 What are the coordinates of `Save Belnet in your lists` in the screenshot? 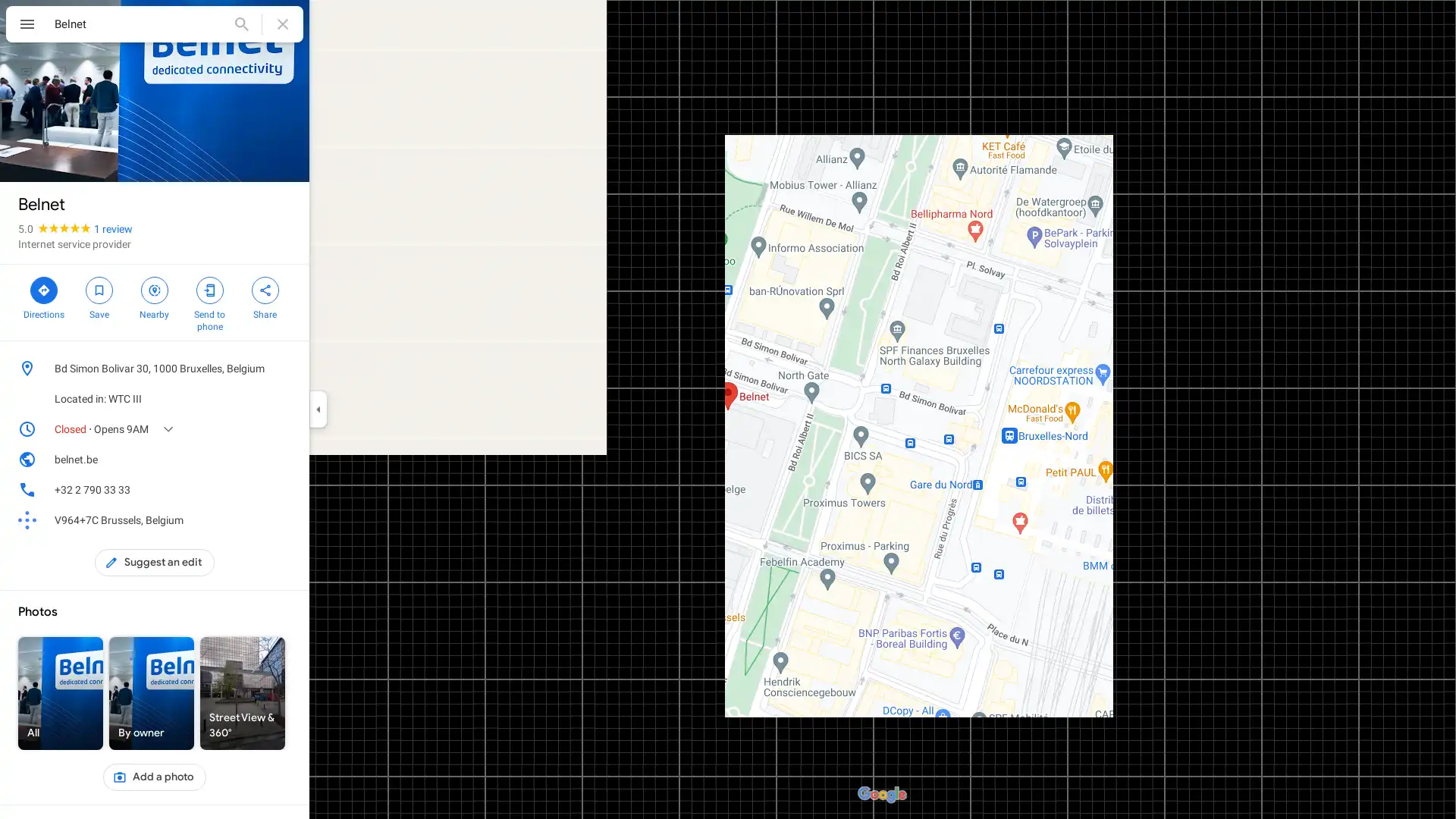 It's located at (98, 296).